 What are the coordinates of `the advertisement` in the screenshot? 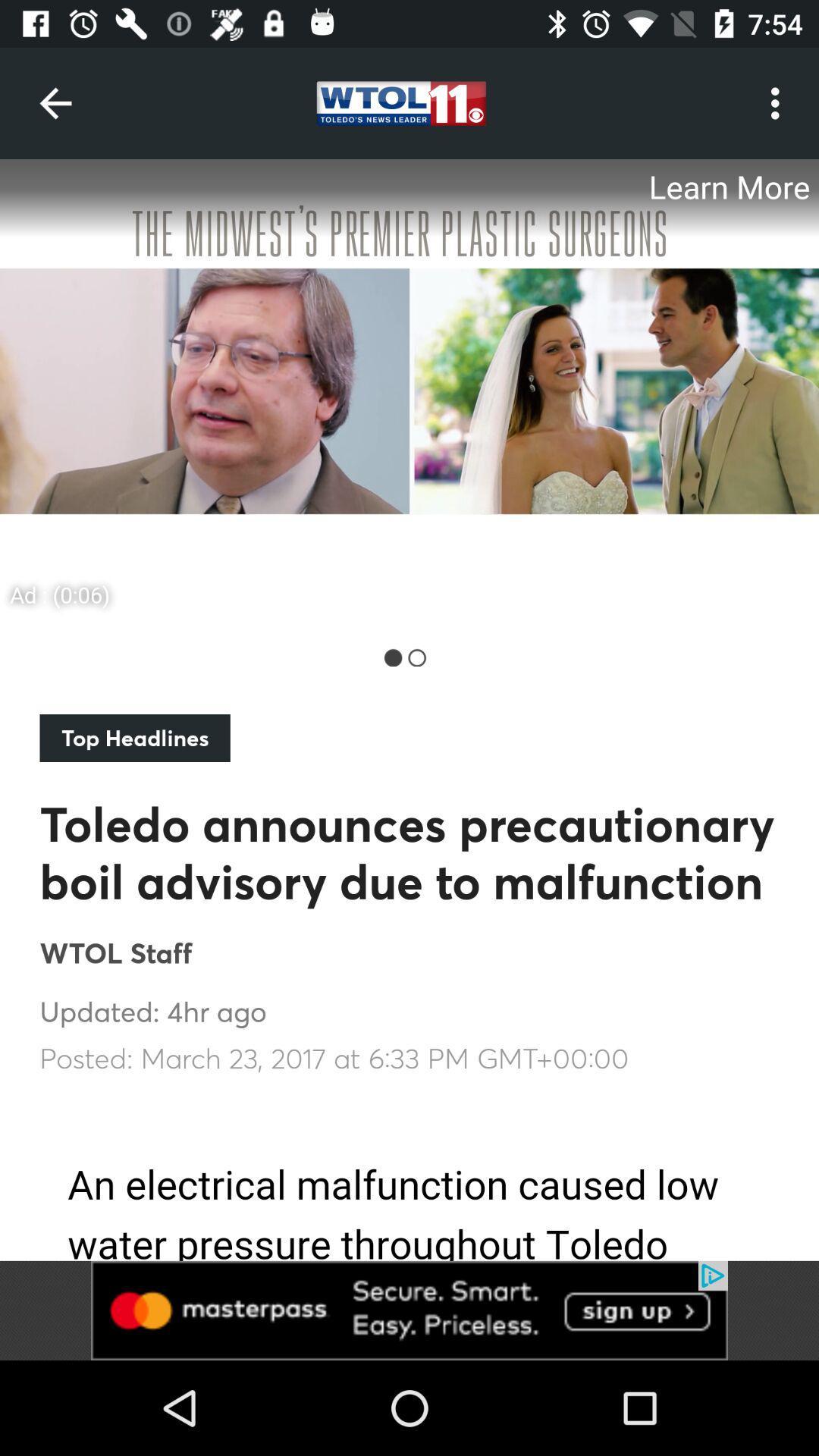 It's located at (409, 389).